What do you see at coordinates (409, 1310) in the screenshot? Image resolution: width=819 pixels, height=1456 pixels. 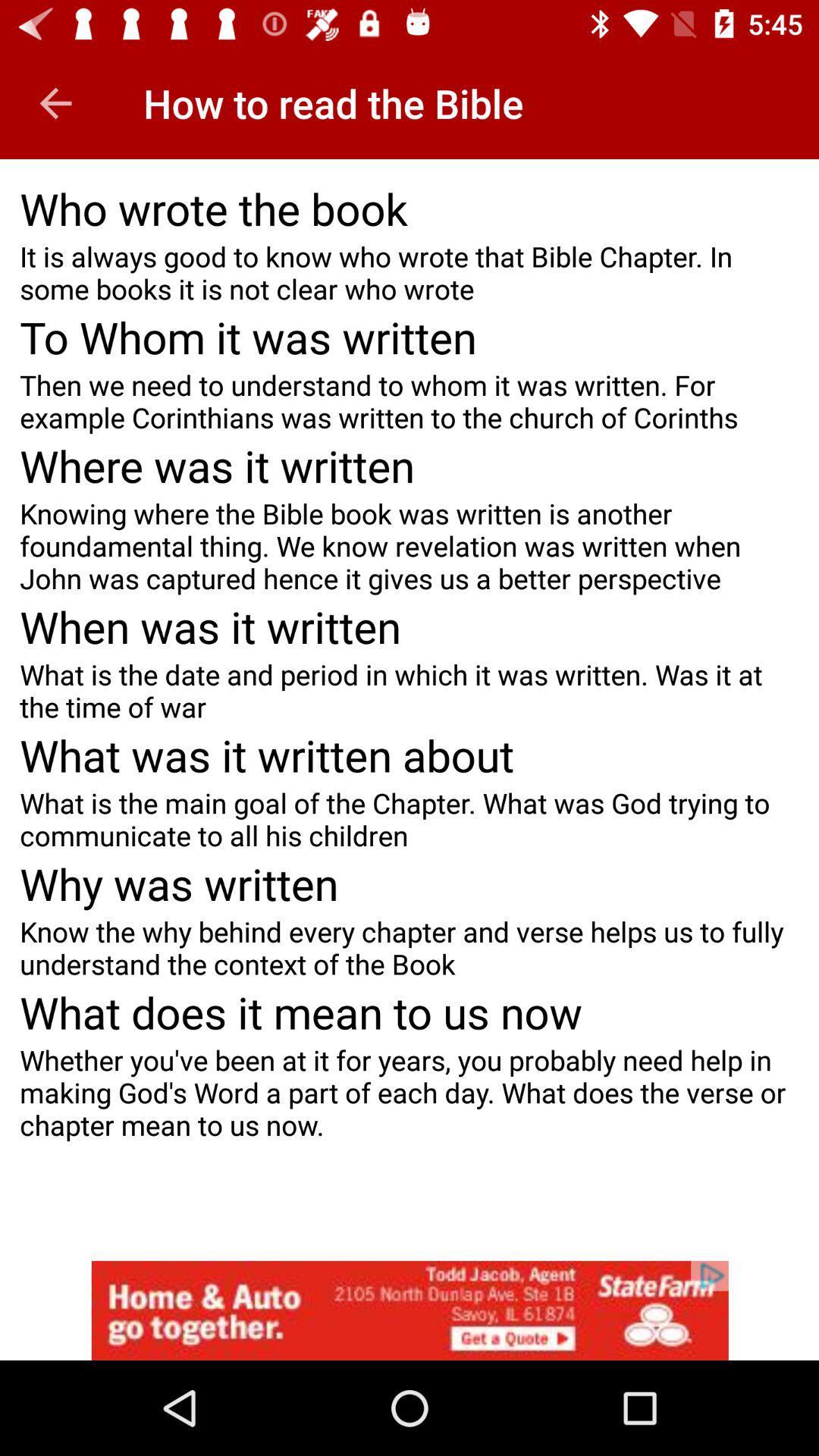 I see `share the article` at bounding box center [409, 1310].